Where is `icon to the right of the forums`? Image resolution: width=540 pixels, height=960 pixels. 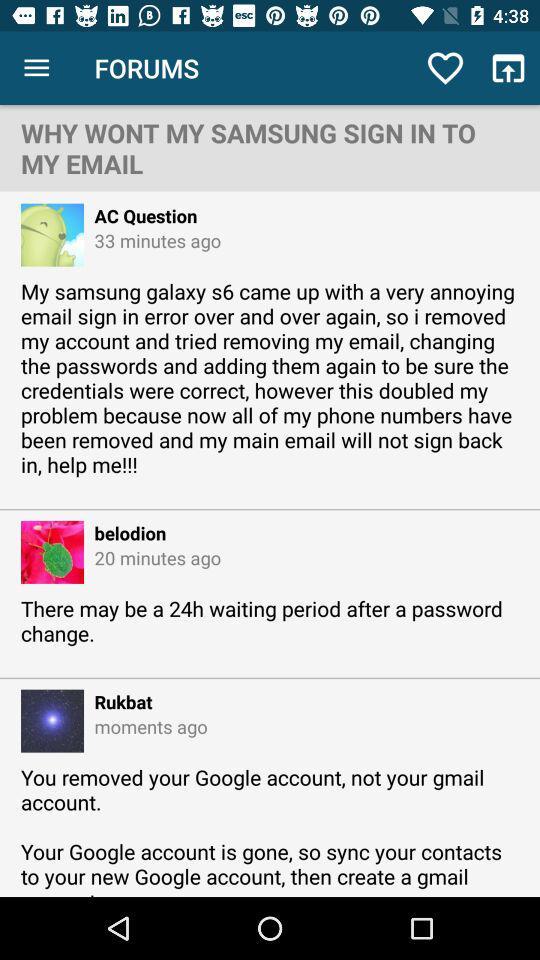
icon to the right of the forums is located at coordinates (445, 68).